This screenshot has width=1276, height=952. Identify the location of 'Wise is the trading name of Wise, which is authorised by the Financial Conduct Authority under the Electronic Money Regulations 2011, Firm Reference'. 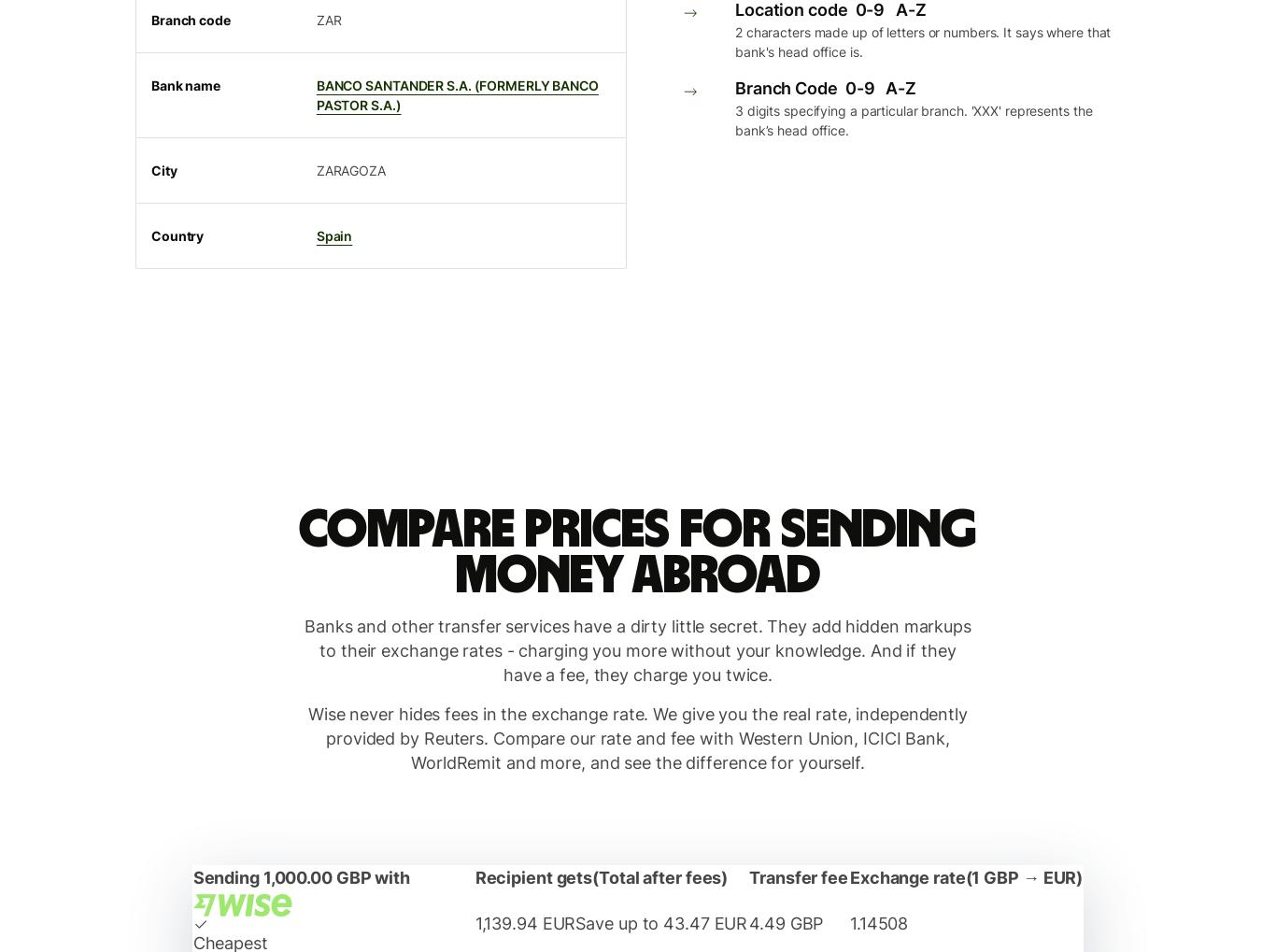
(636, 326).